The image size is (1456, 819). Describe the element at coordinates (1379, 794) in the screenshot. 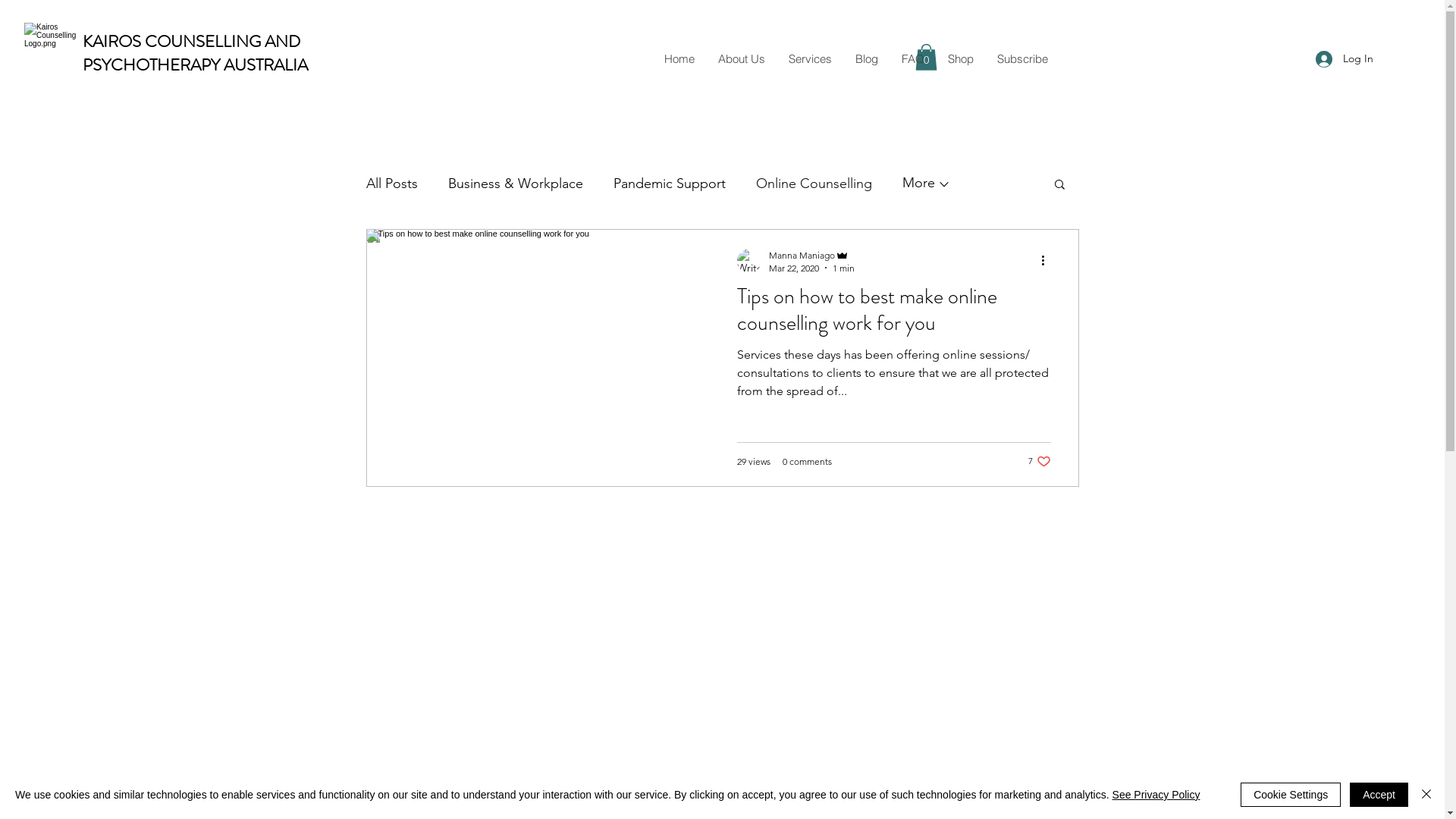

I see `'Accept'` at that location.